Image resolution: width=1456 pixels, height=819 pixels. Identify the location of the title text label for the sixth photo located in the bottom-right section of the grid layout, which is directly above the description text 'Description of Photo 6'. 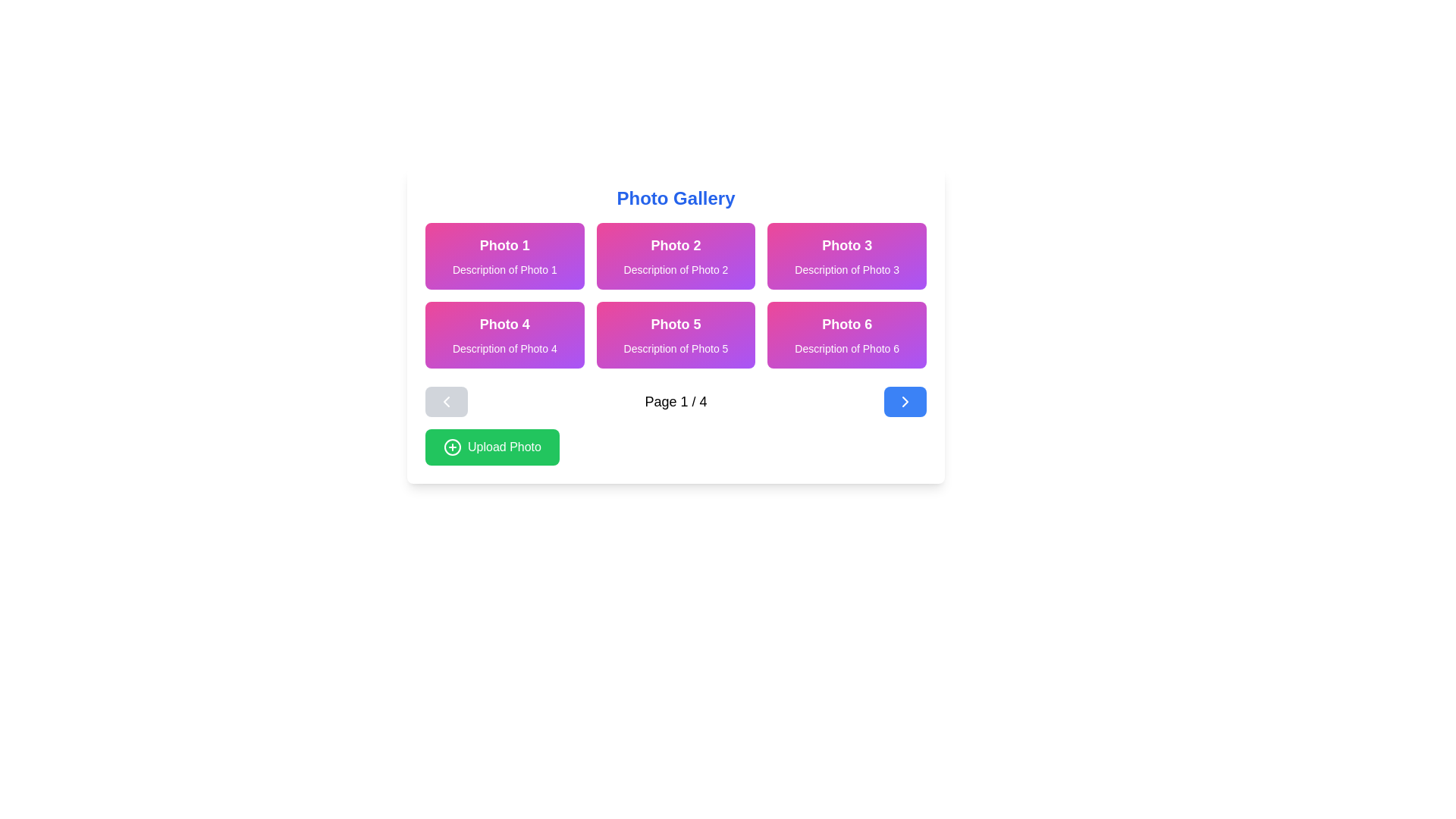
(846, 324).